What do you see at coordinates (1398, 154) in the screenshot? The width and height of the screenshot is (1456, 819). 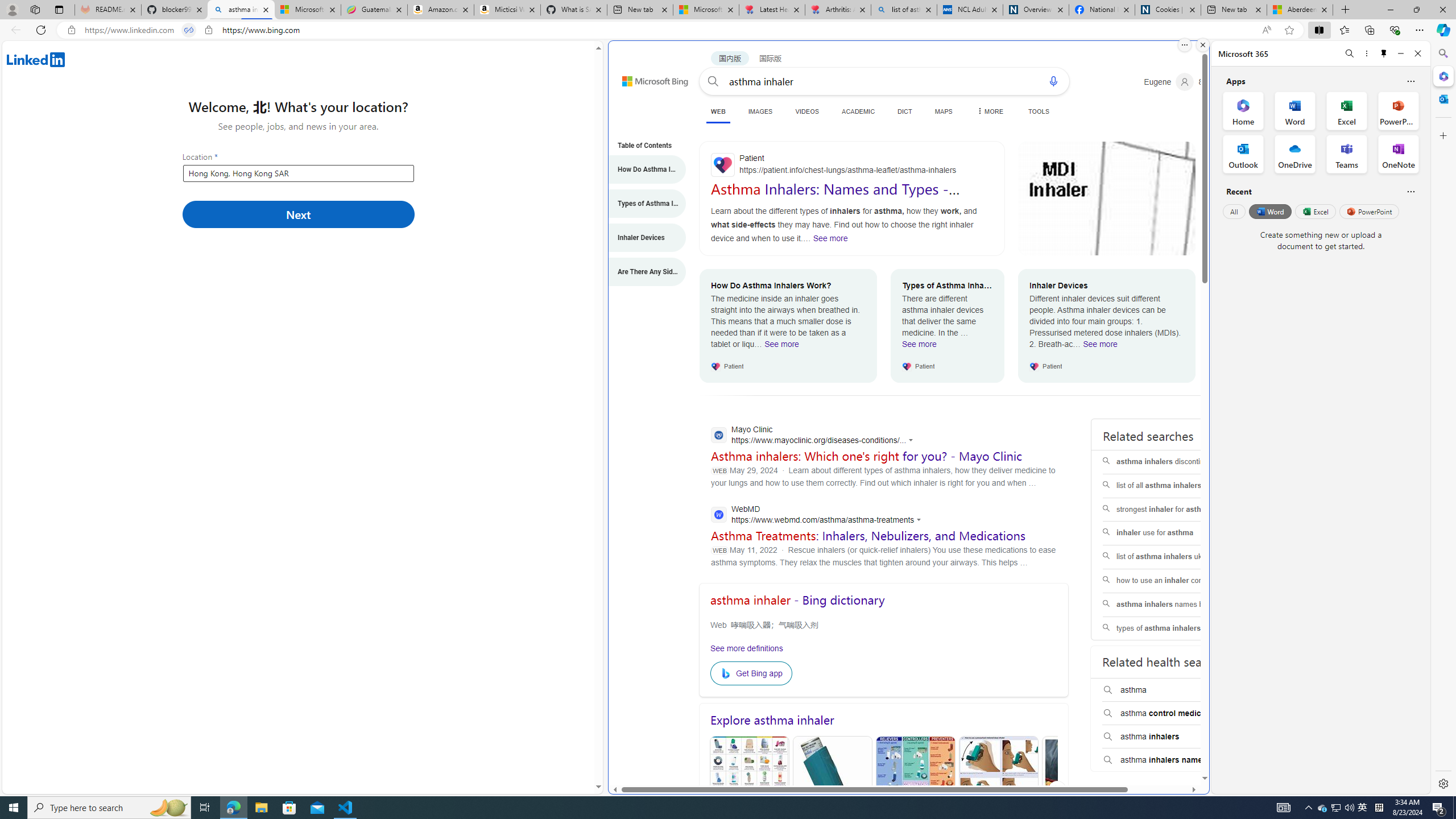 I see `'OneNote Office App'` at bounding box center [1398, 154].